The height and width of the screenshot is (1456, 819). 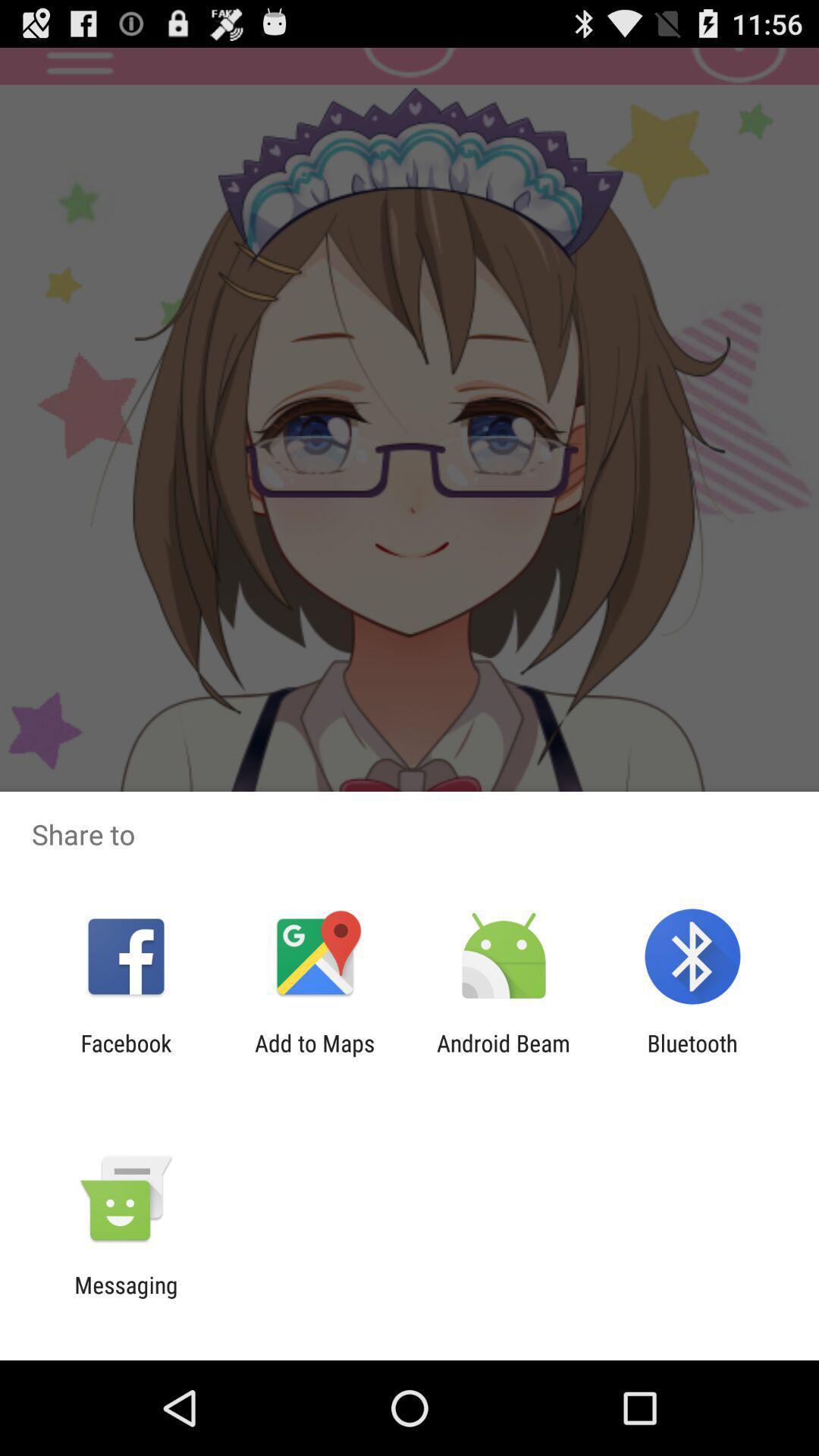 I want to click on icon to the right of the android beam app, so click(x=692, y=1056).